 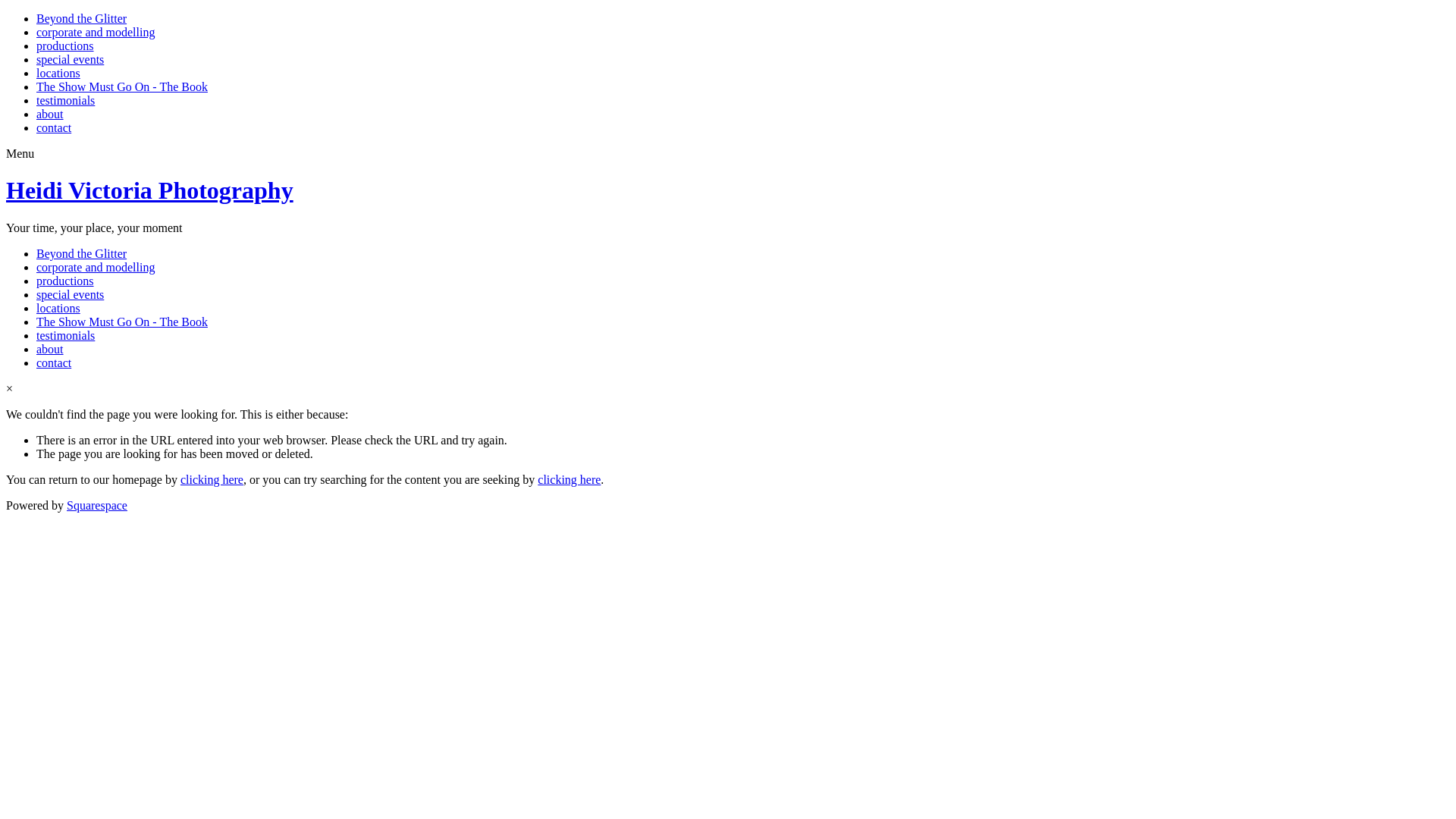 What do you see at coordinates (64, 45) in the screenshot?
I see `'productions'` at bounding box center [64, 45].